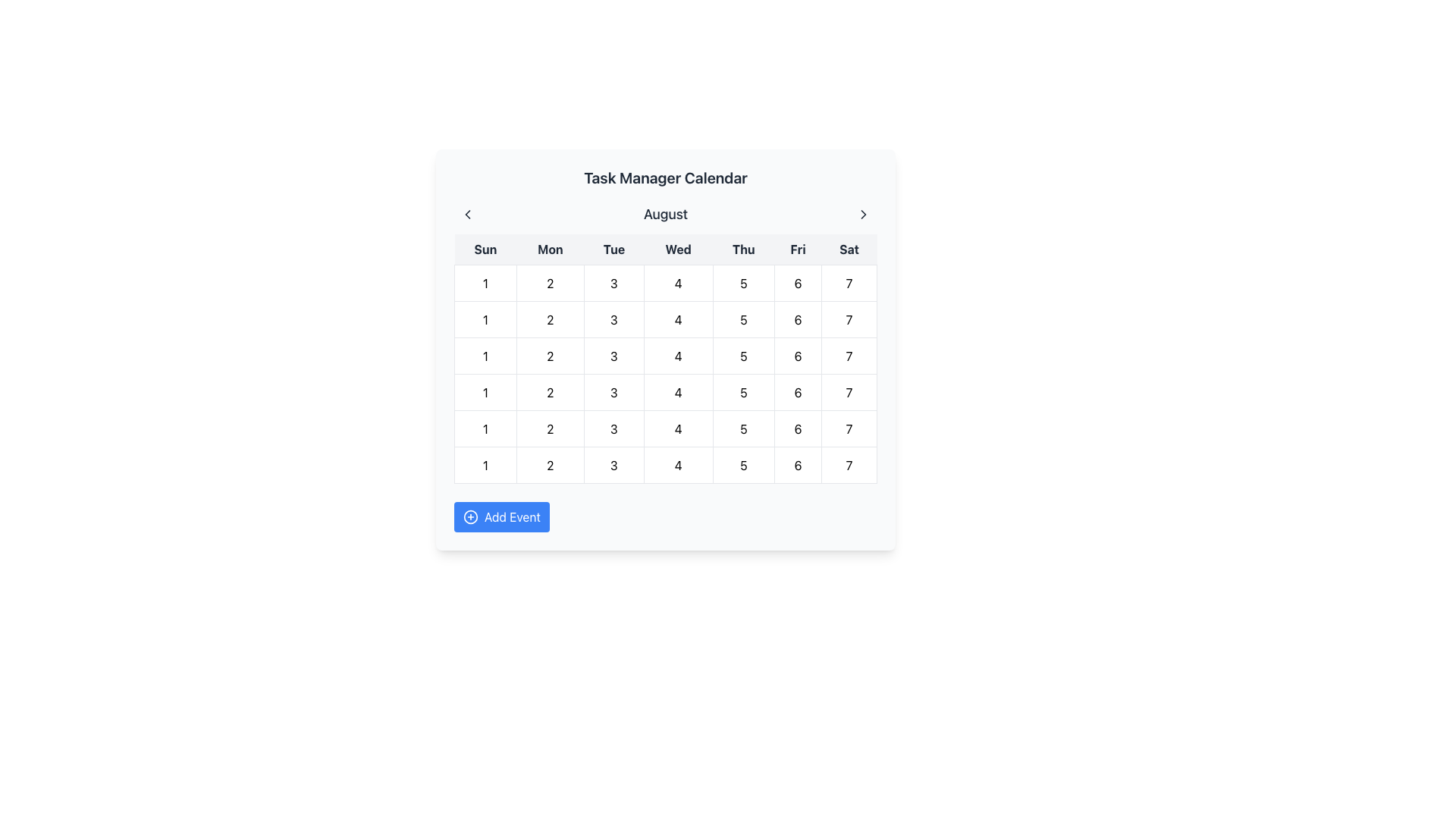 The height and width of the screenshot is (819, 1456). I want to click on the Text element displaying the number '5' in the calendar grid, so click(743, 318).